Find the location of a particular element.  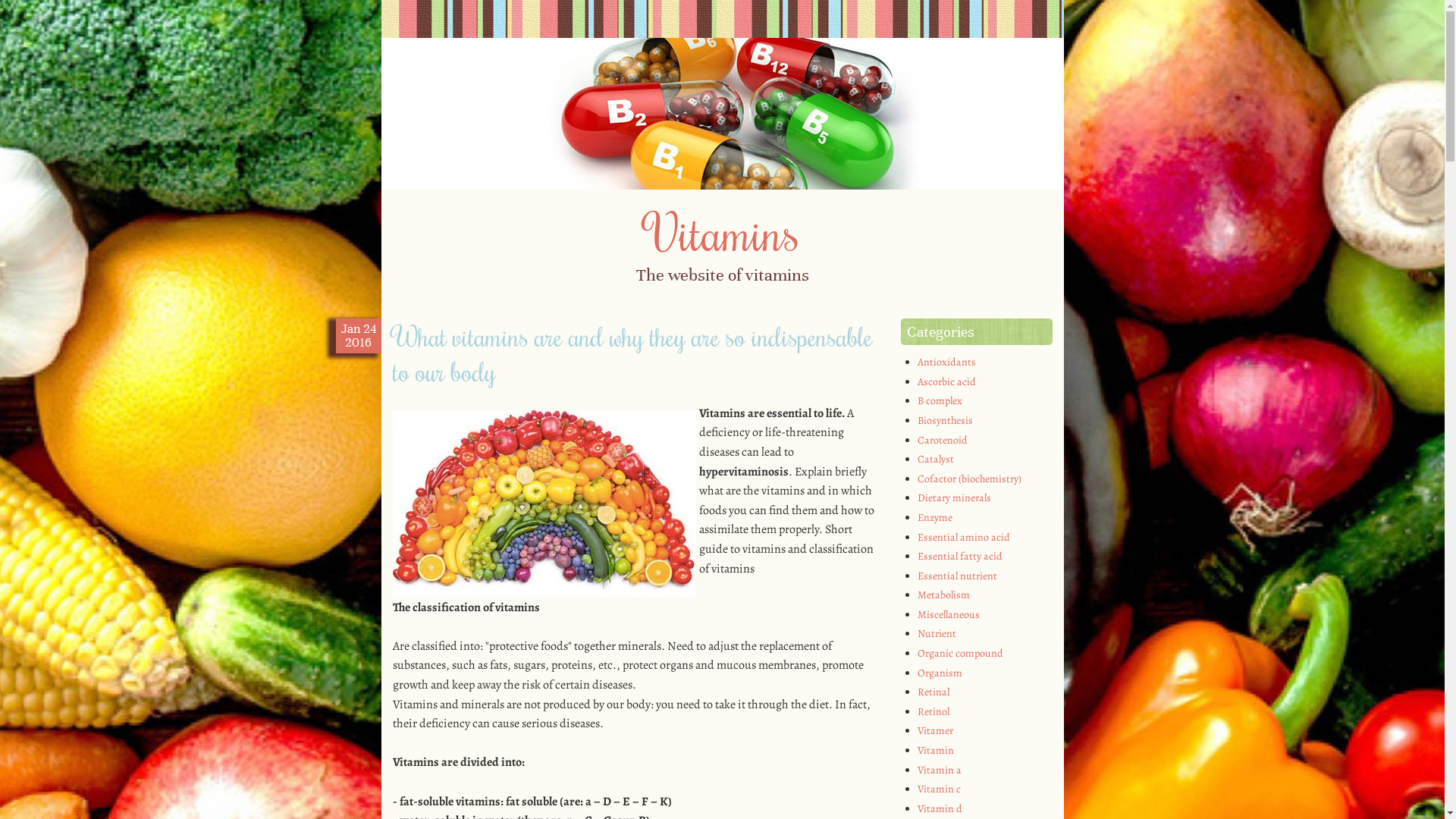

'Vitamer' is located at coordinates (934, 730).